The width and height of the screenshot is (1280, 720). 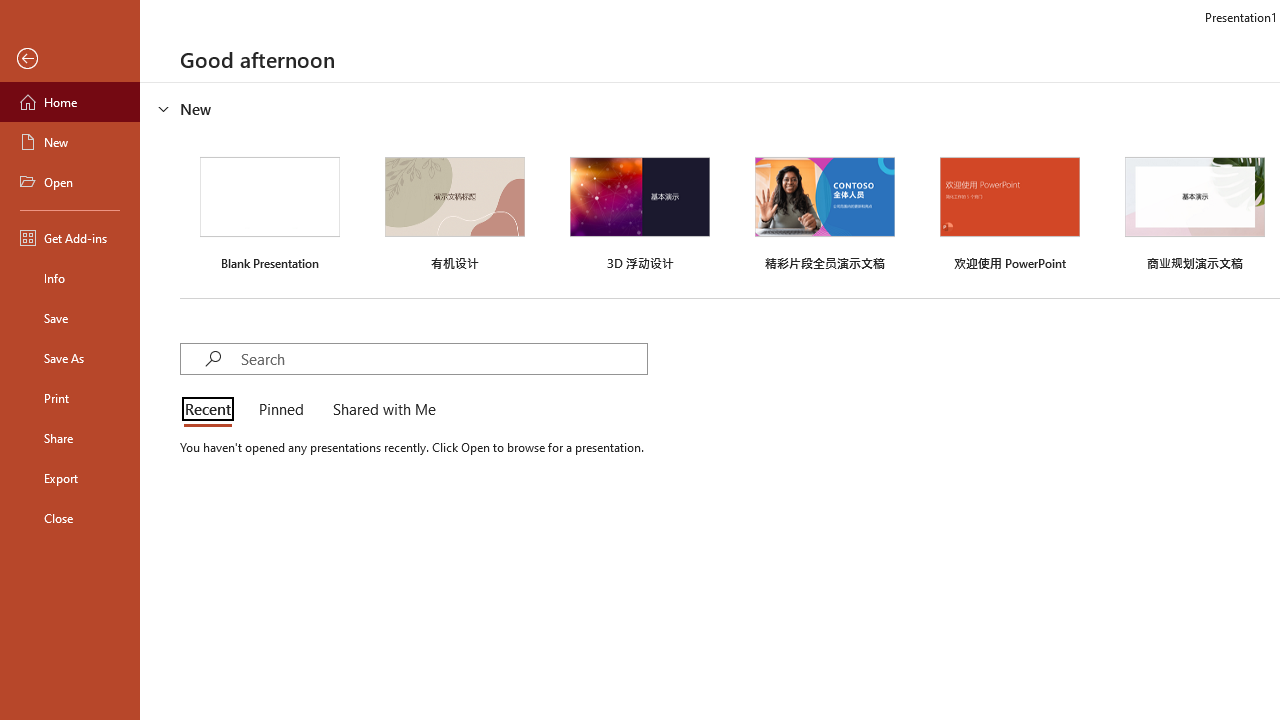 What do you see at coordinates (279, 410) in the screenshot?
I see `'Pinned'` at bounding box center [279, 410].